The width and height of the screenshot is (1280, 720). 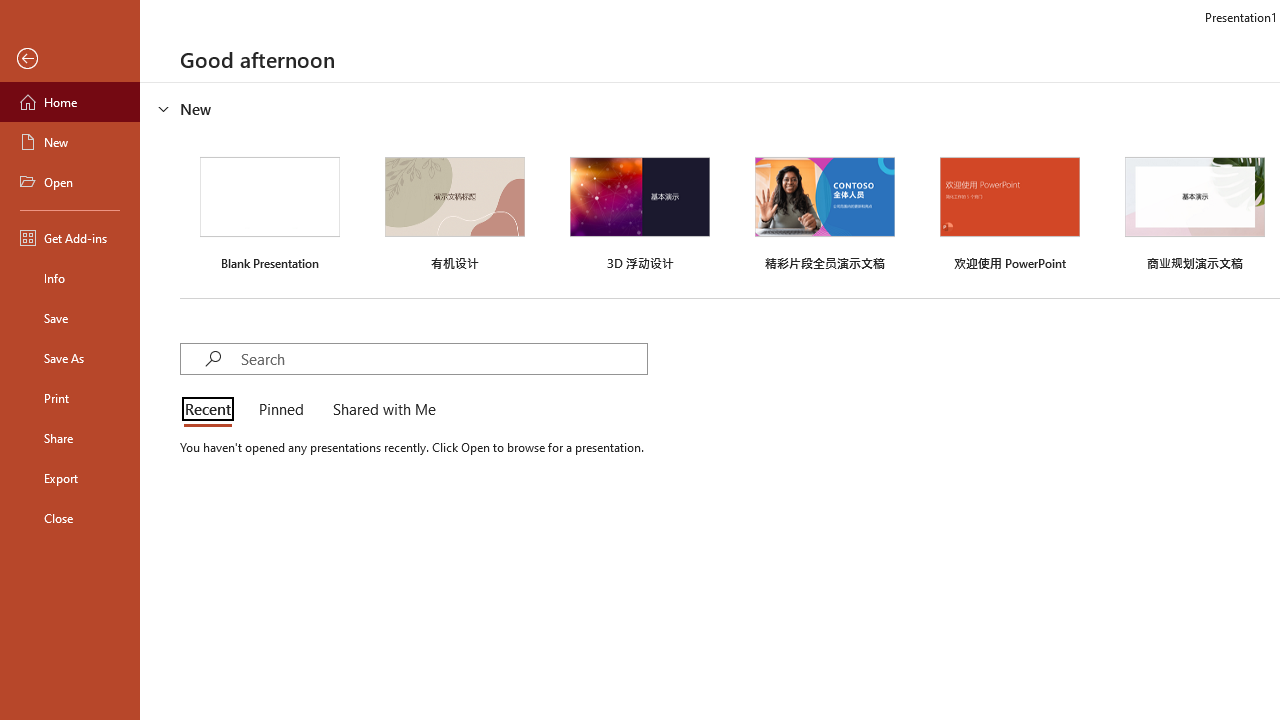 What do you see at coordinates (279, 410) in the screenshot?
I see `'Pinned'` at bounding box center [279, 410].